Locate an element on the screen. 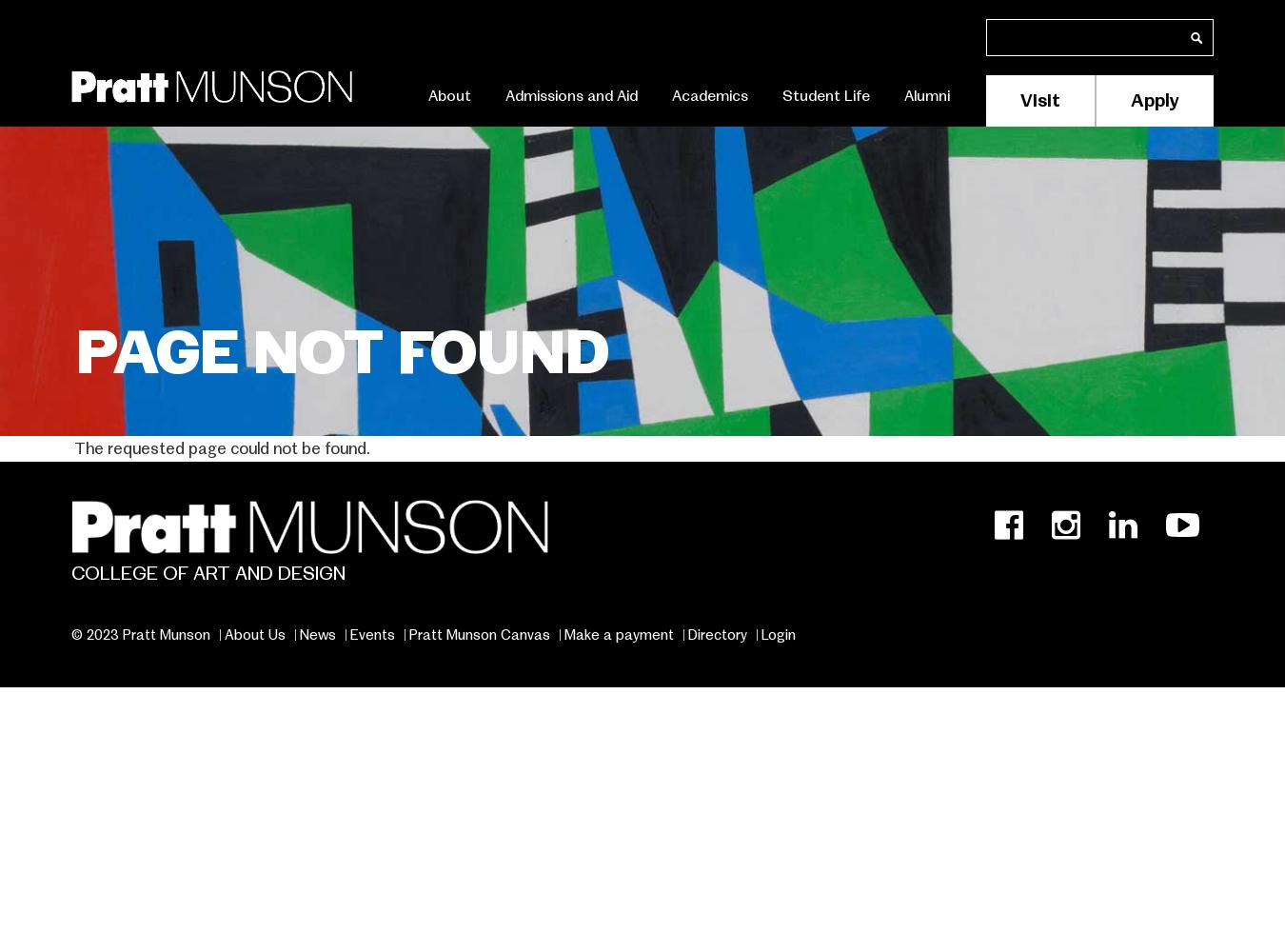 The width and height of the screenshot is (1285, 952). 'About Us' is located at coordinates (223, 634).